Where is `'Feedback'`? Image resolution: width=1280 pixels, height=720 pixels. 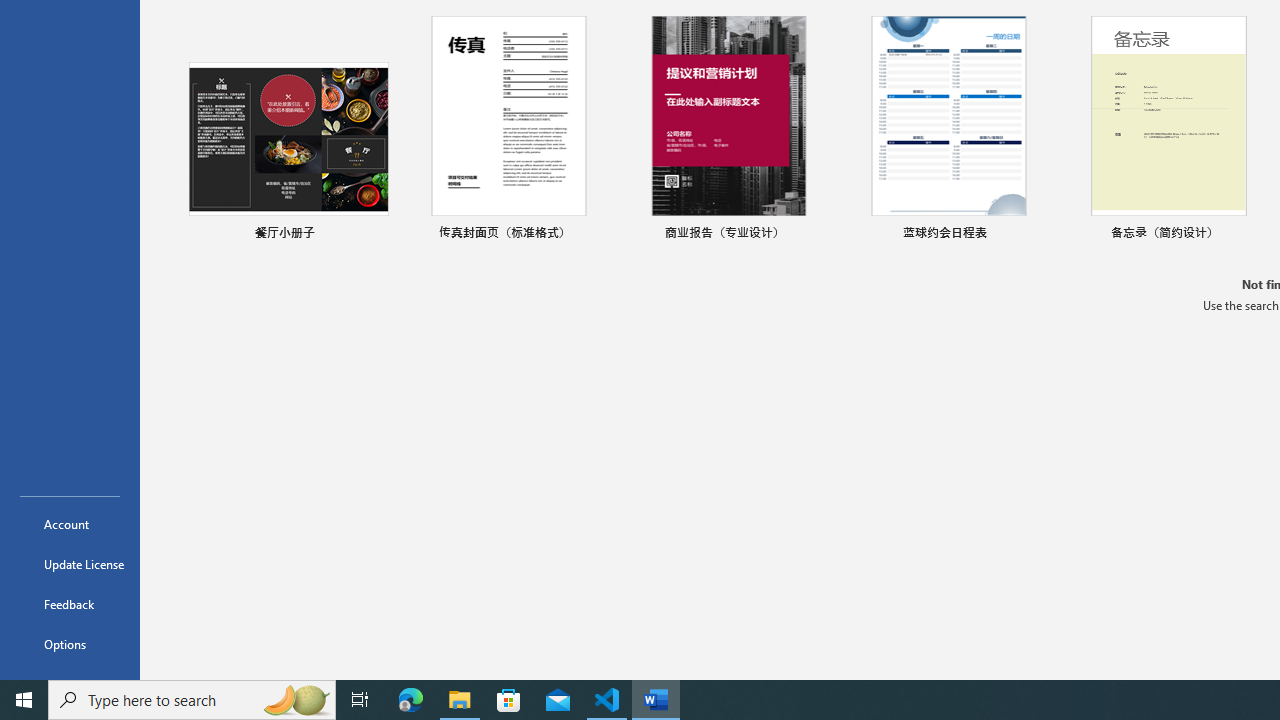
'Feedback' is located at coordinates (69, 603).